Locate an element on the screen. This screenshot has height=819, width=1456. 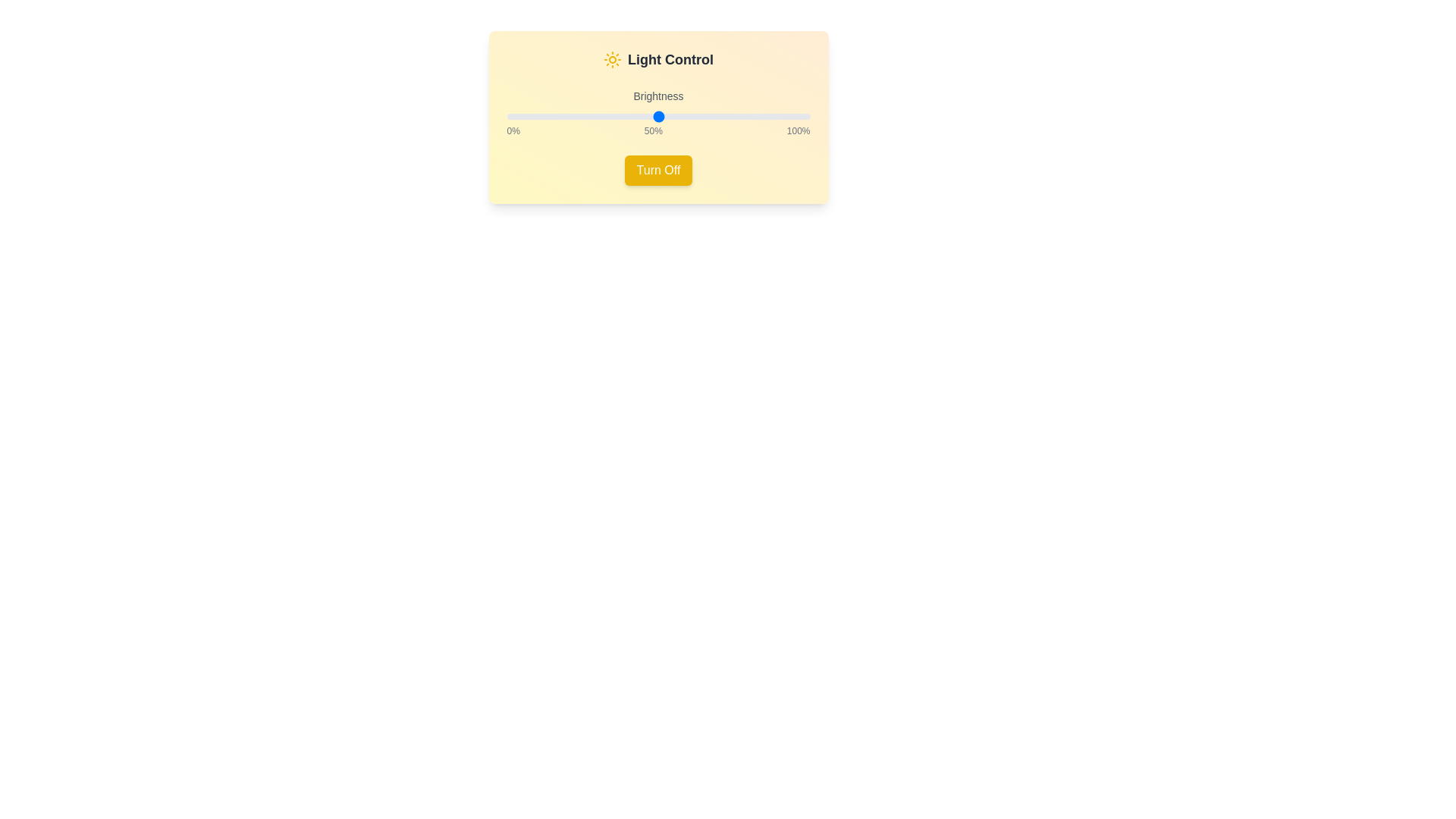
brightness is located at coordinates (507, 116).